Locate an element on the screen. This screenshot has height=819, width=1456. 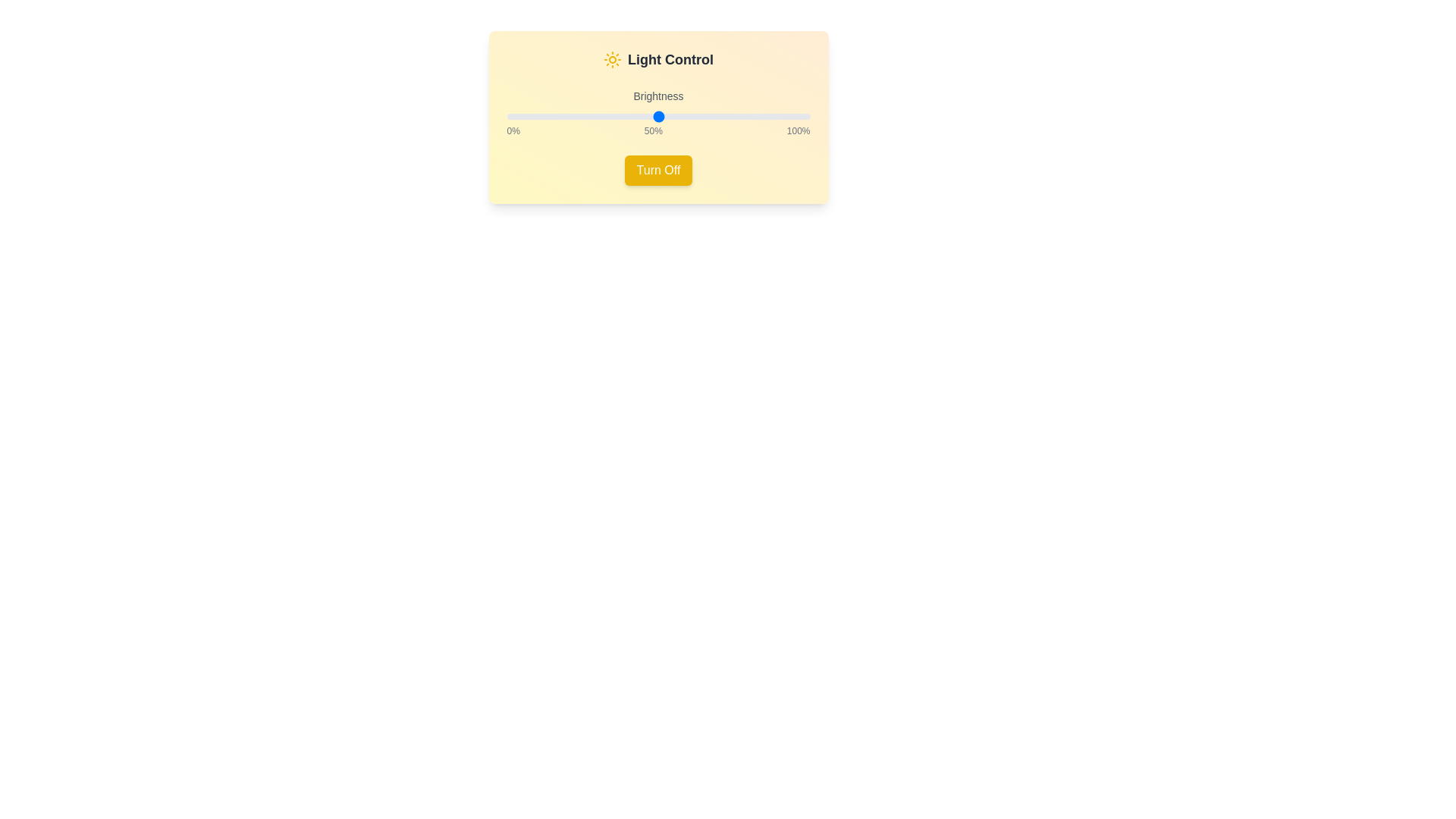
brightness is located at coordinates (507, 116).